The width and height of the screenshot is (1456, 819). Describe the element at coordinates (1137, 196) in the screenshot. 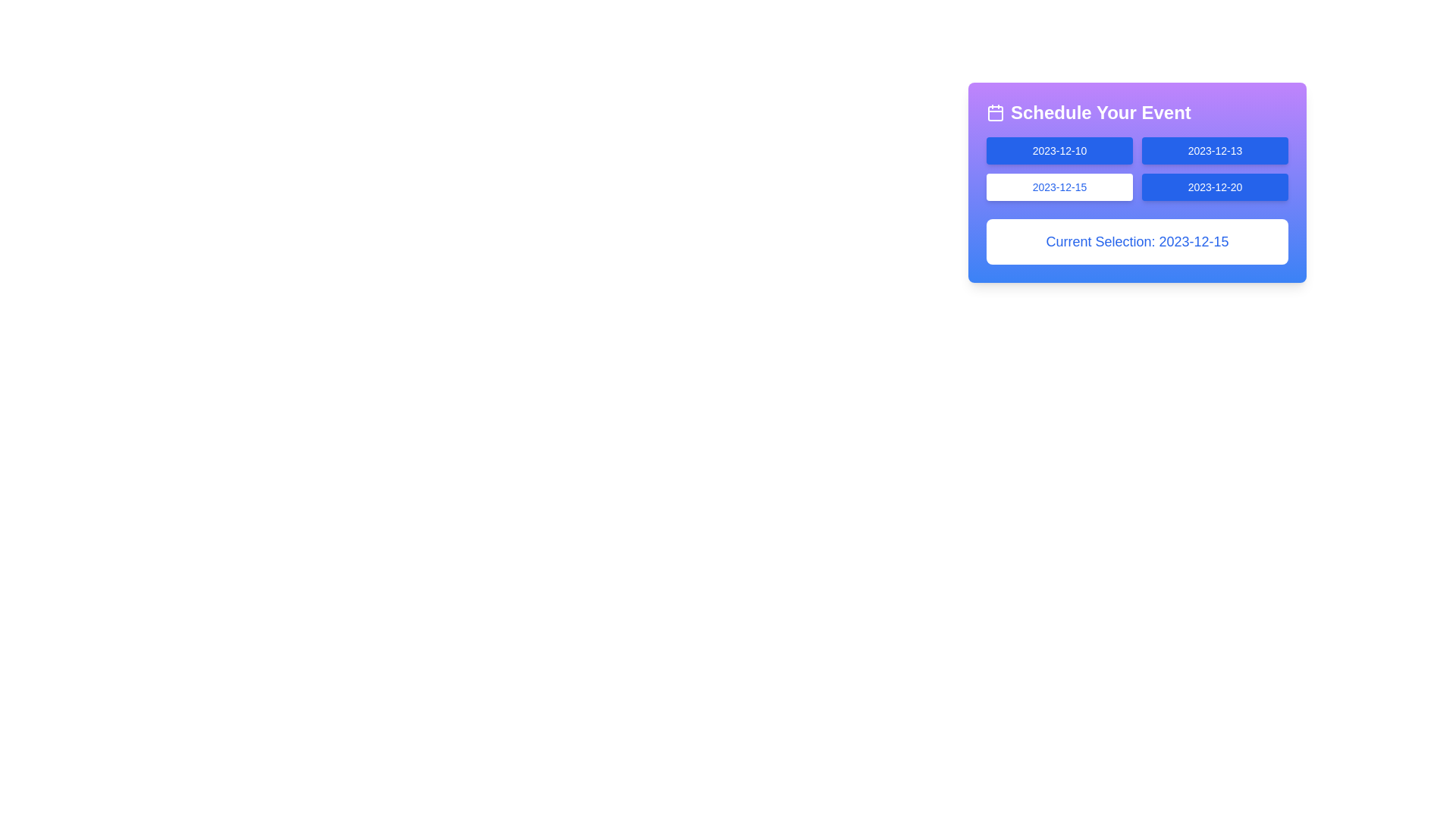

I see `the button` at that location.